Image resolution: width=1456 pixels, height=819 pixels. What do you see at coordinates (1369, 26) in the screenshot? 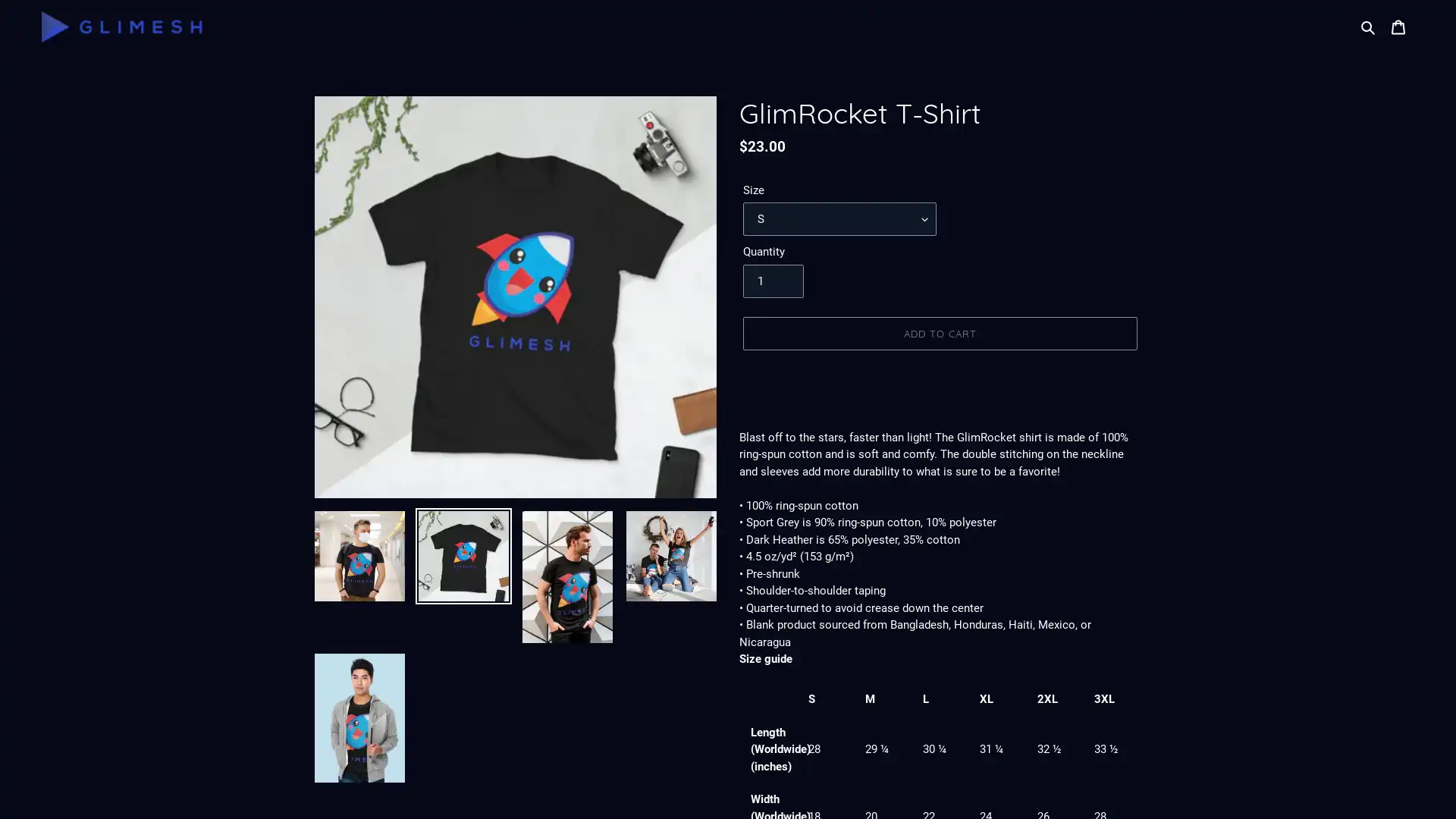
I see `Search` at bounding box center [1369, 26].